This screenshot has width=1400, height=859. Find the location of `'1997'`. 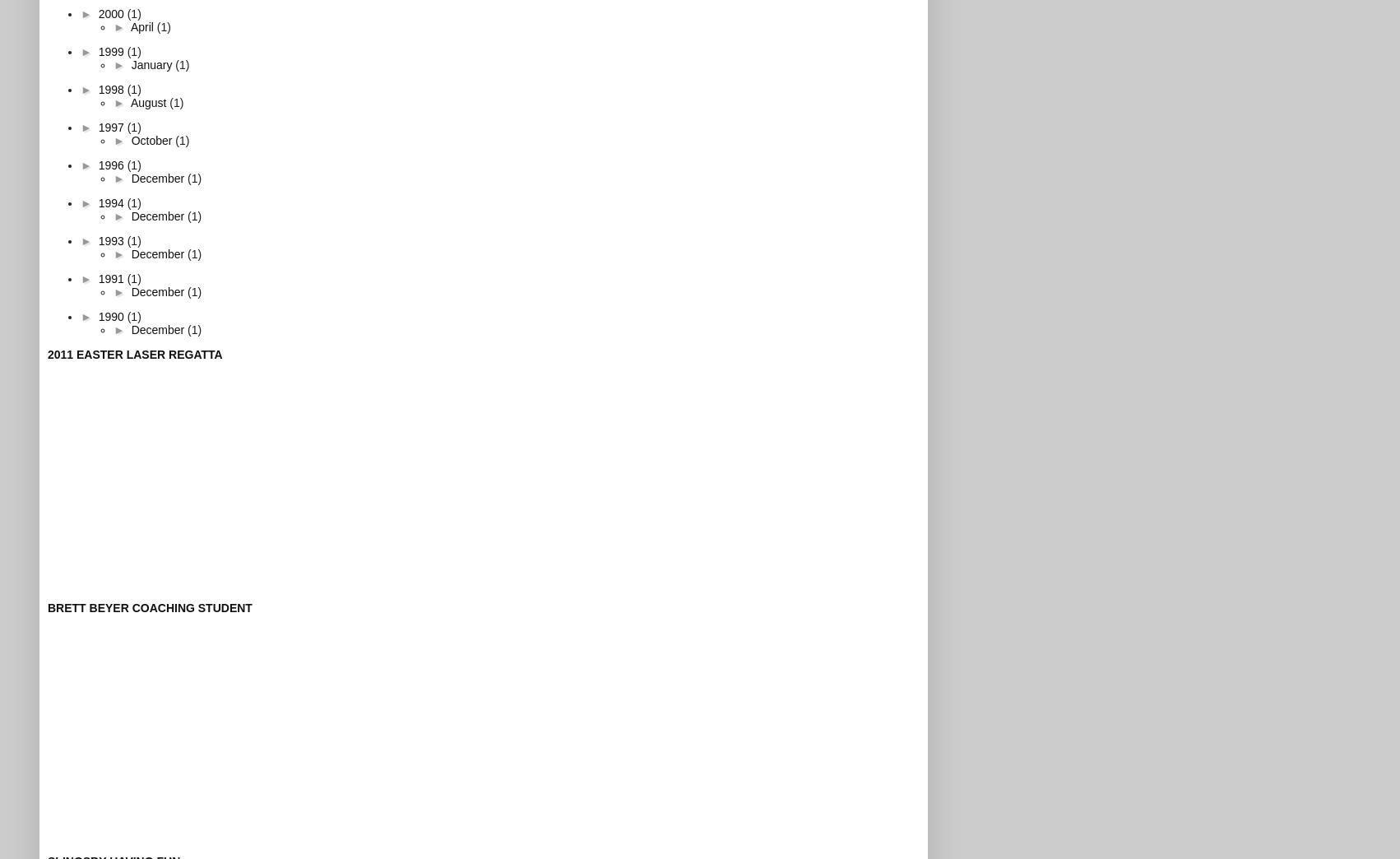

'1997' is located at coordinates (112, 125).